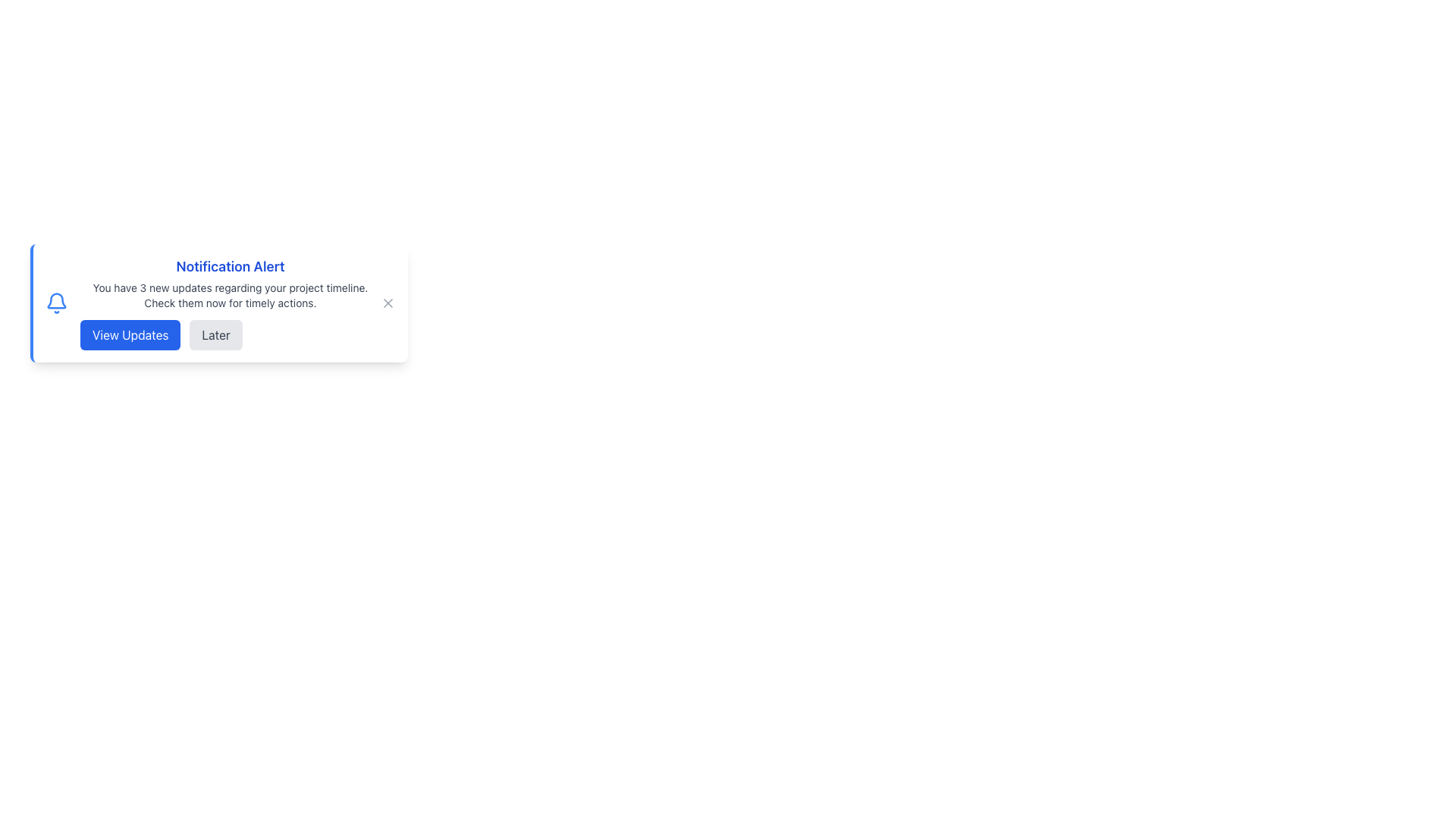  I want to click on the 'Later' button in the notification box, so click(229, 334).